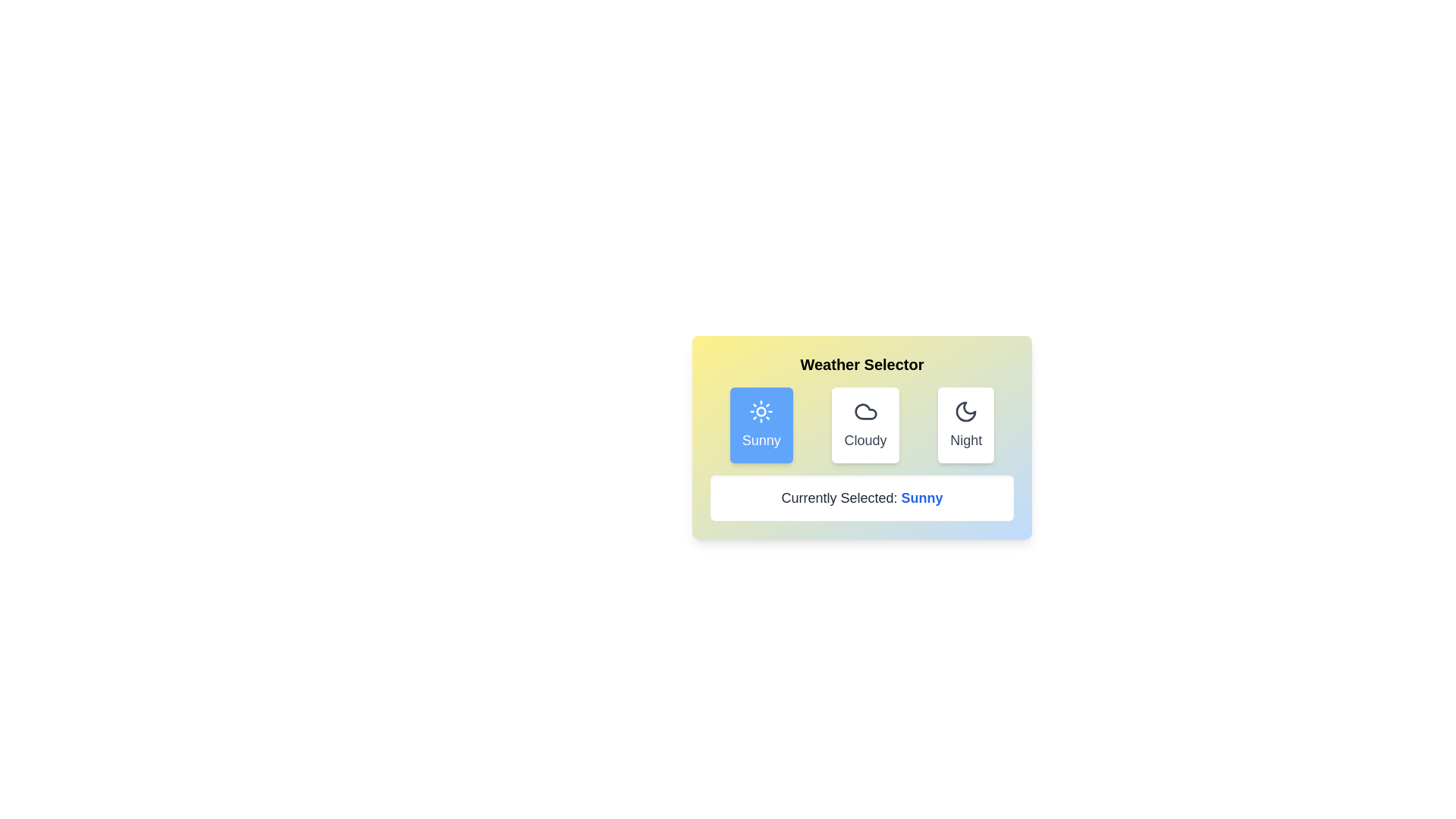 The height and width of the screenshot is (819, 1456). Describe the element at coordinates (865, 425) in the screenshot. I see `the weather option Cloudy to observe its representation` at that location.